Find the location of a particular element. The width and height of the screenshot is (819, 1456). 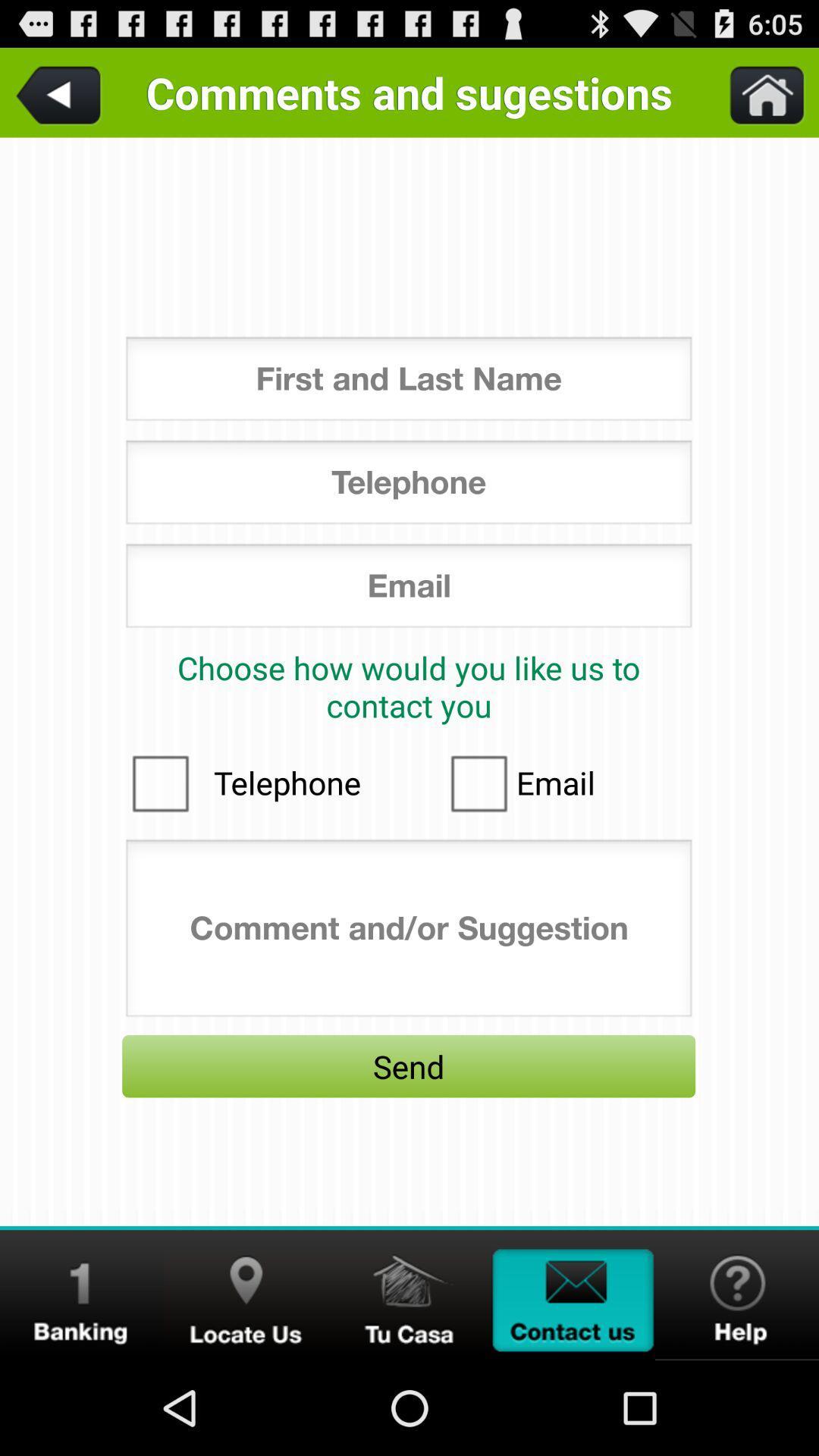

the email icon is located at coordinates (573, 1386).